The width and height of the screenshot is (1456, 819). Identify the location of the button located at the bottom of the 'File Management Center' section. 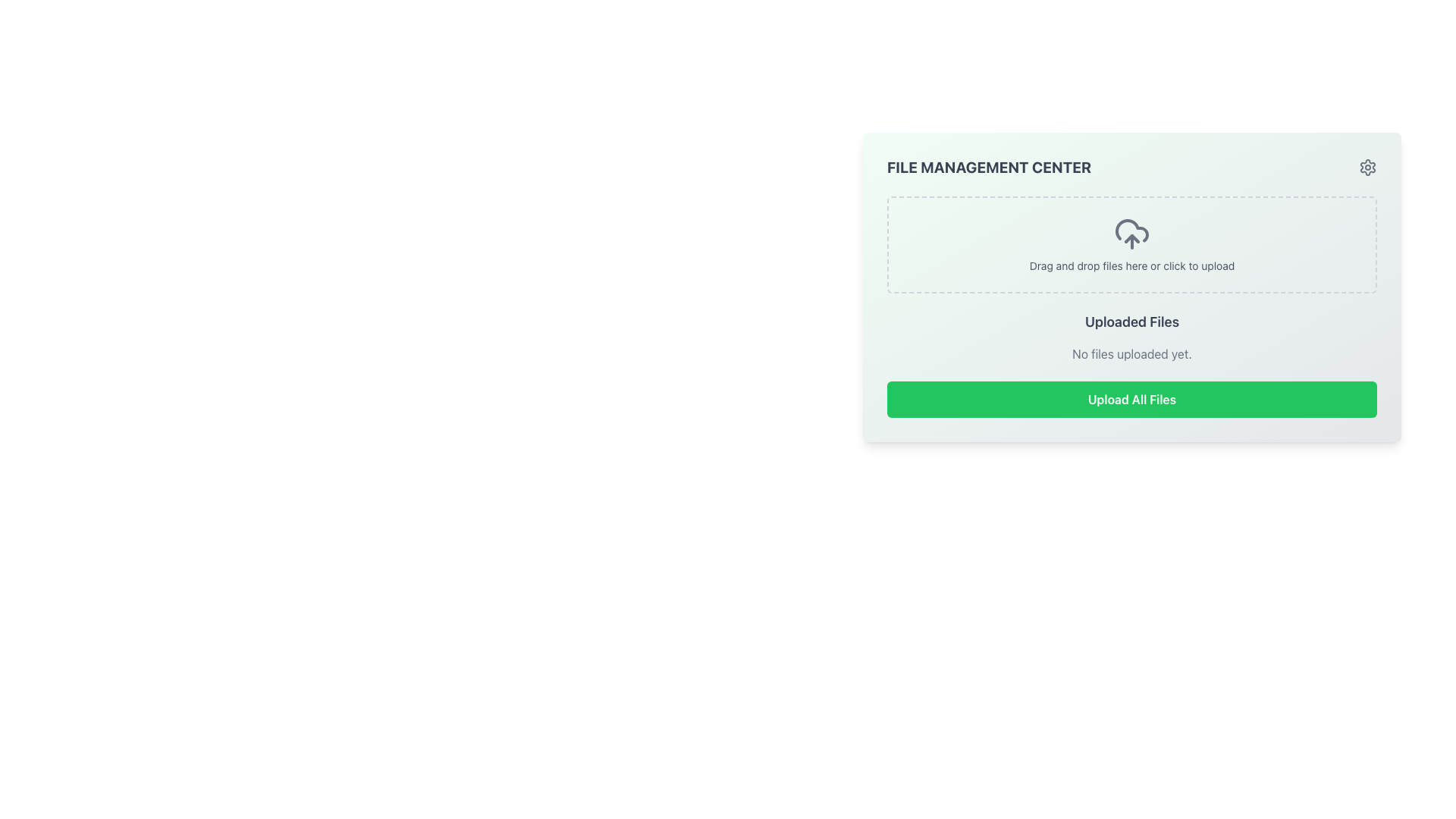
(1131, 399).